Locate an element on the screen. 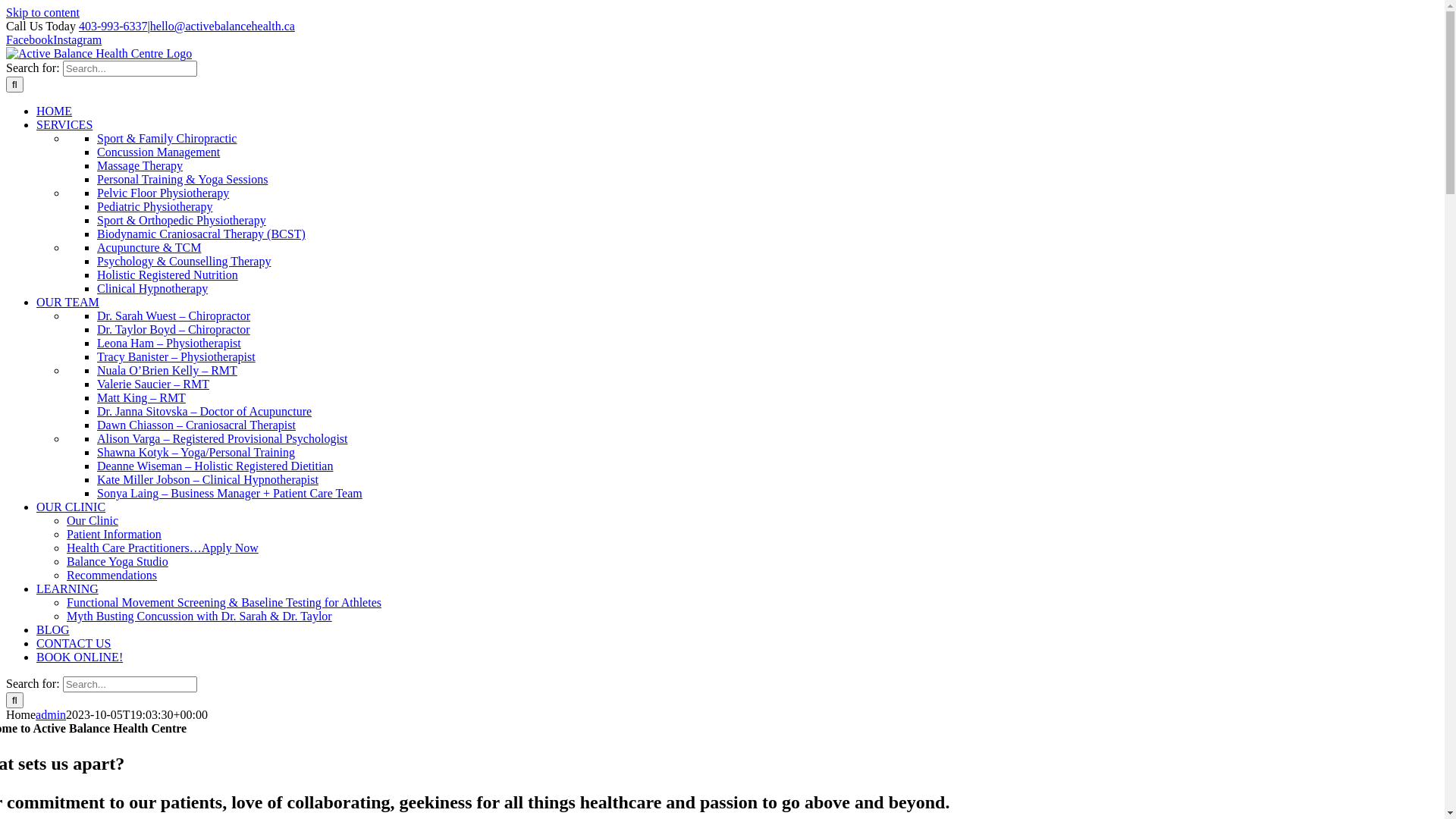 The width and height of the screenshot is (1456, 819). 'OUR CLINIC' is located at coordinates (70, 507).